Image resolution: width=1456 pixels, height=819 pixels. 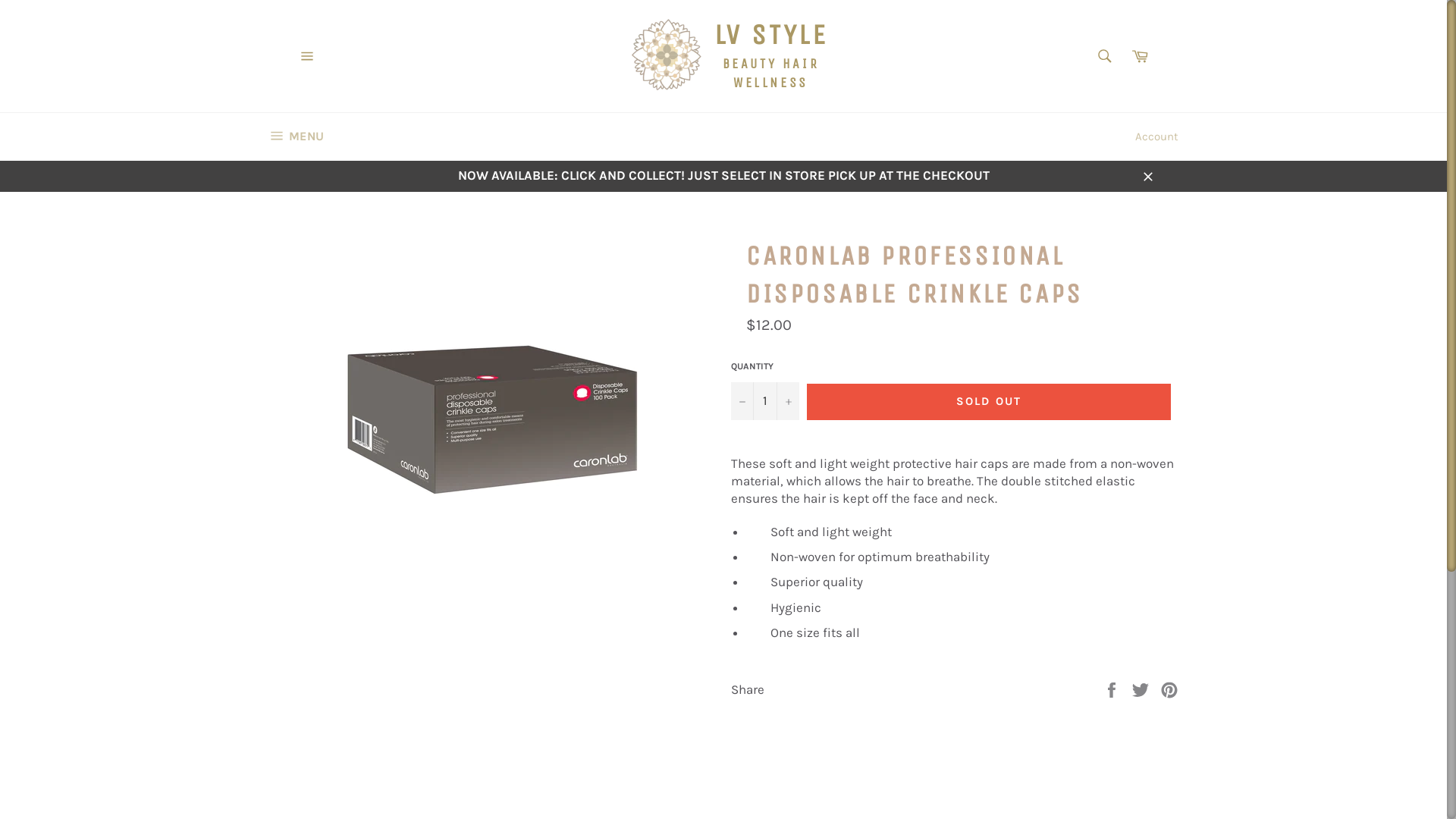 I want to click on 'LV STYLE, so click(x=723, y=55).